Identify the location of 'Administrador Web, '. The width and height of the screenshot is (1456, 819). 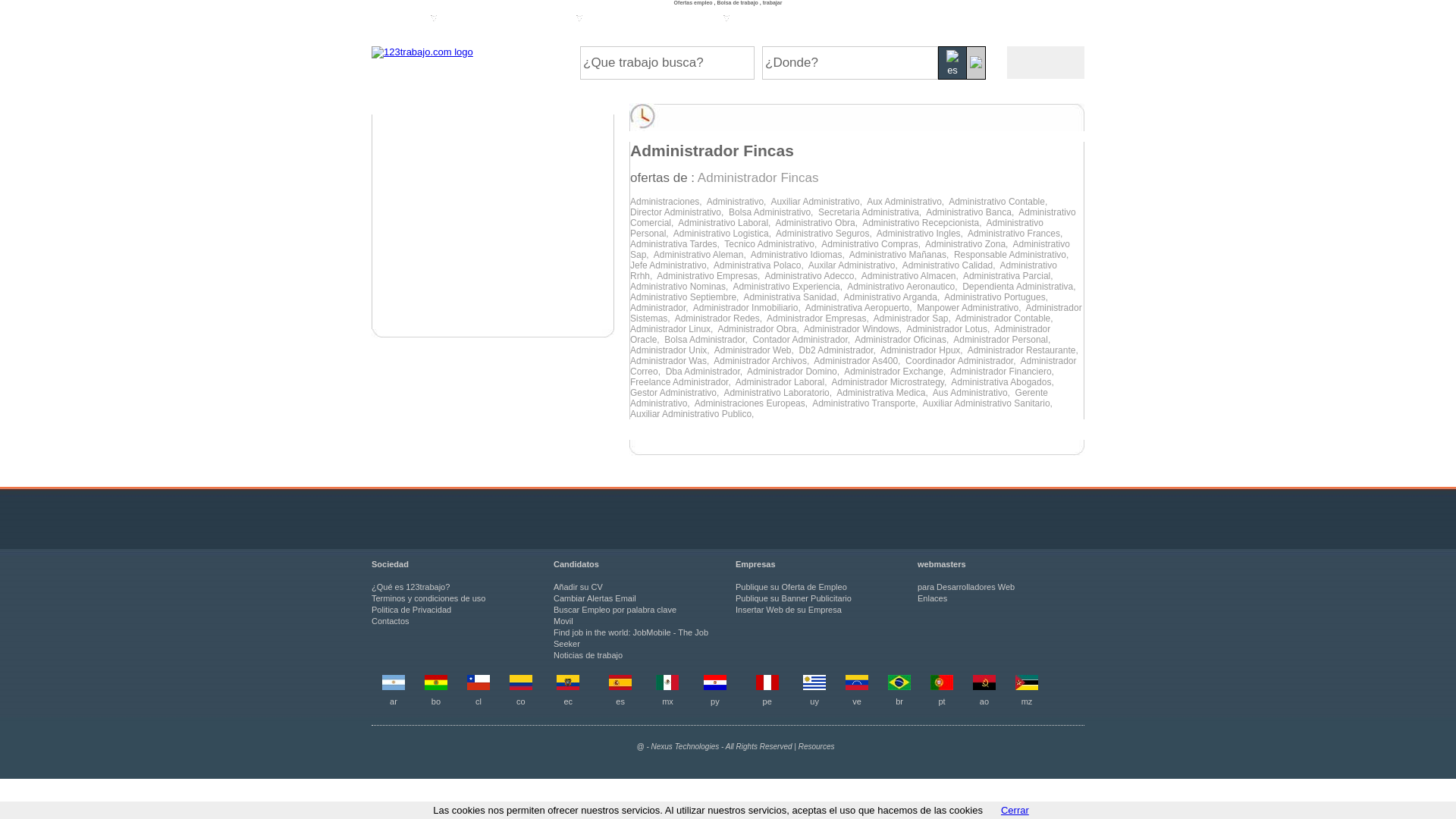
(757, 350).